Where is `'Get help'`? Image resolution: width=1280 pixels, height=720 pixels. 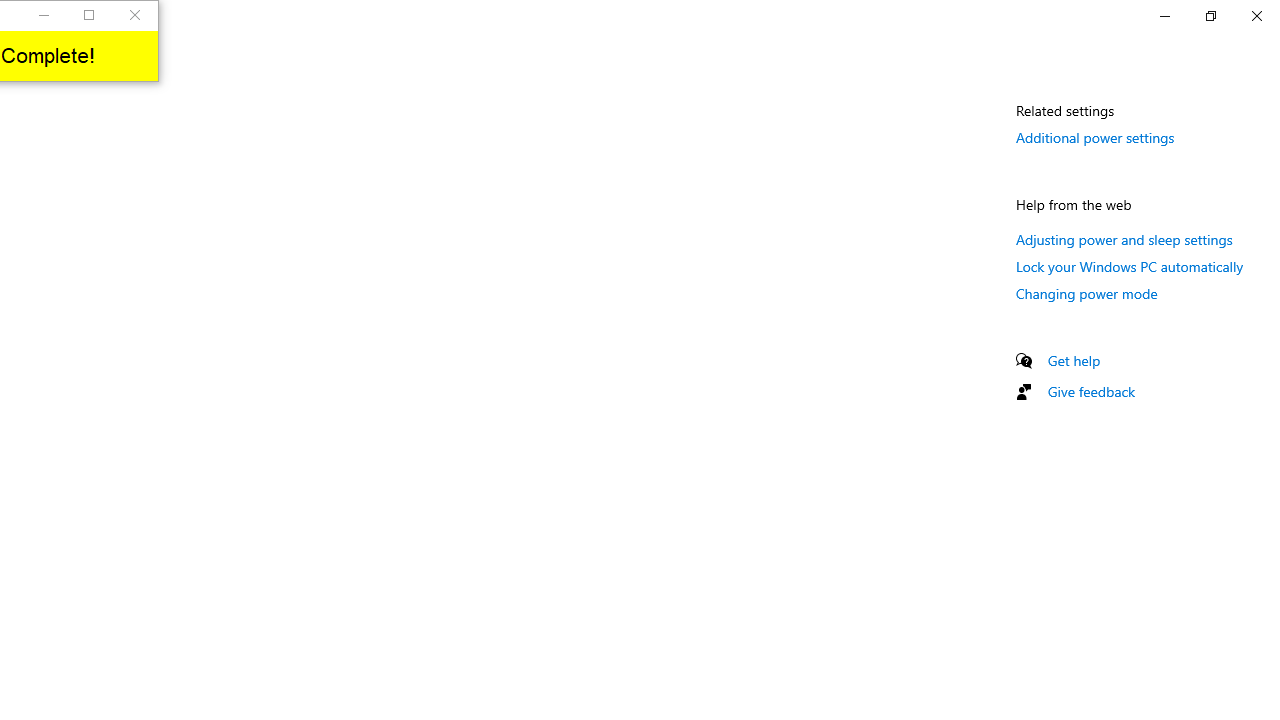
'Get help' is located at coordinates (1073, 360).